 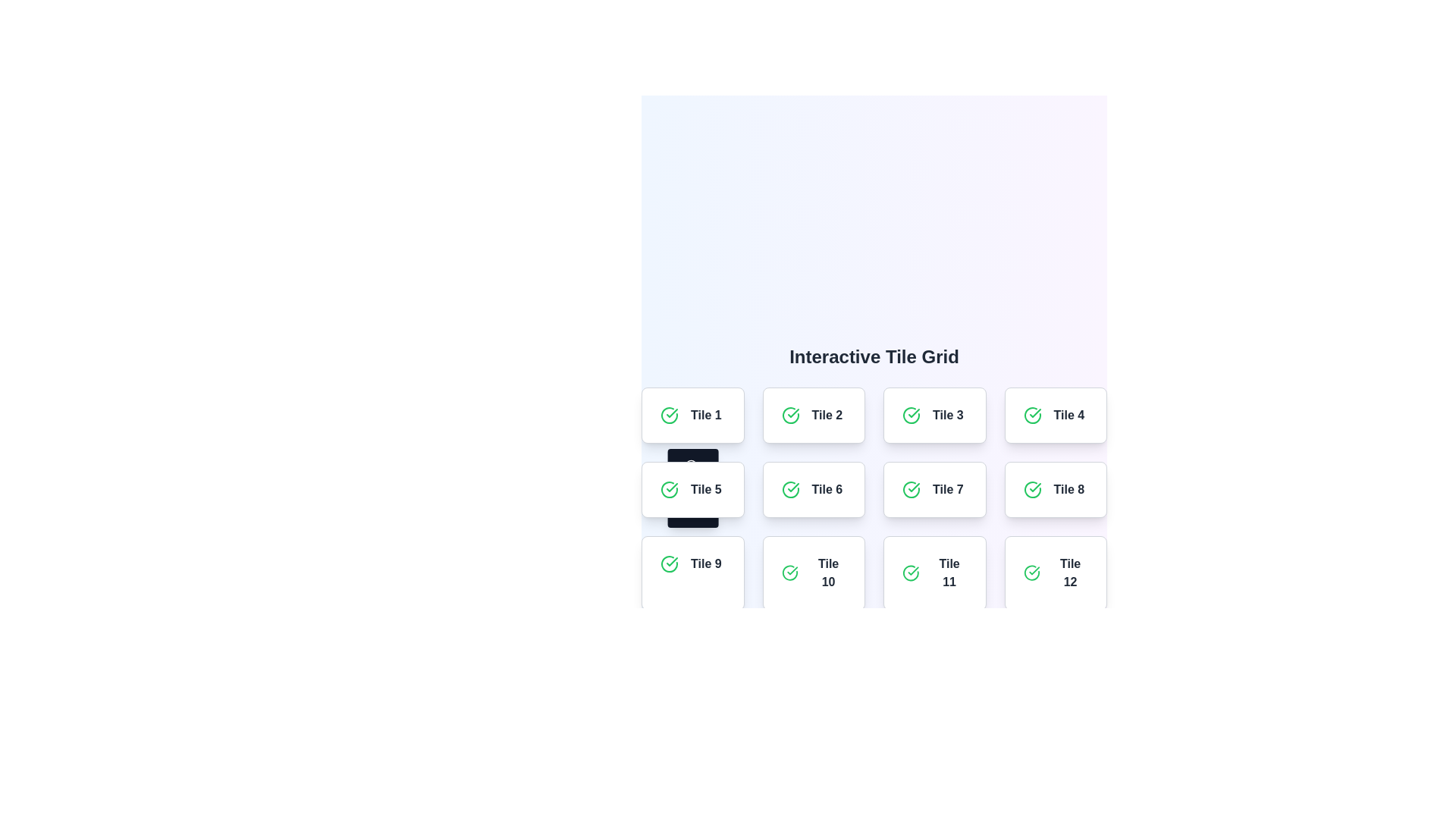 I want to click on the 'Tile 9' element which is a green circular check icon followed by bold text, located in the second column of the third row of the grid layout, so click(x=692, y=564).